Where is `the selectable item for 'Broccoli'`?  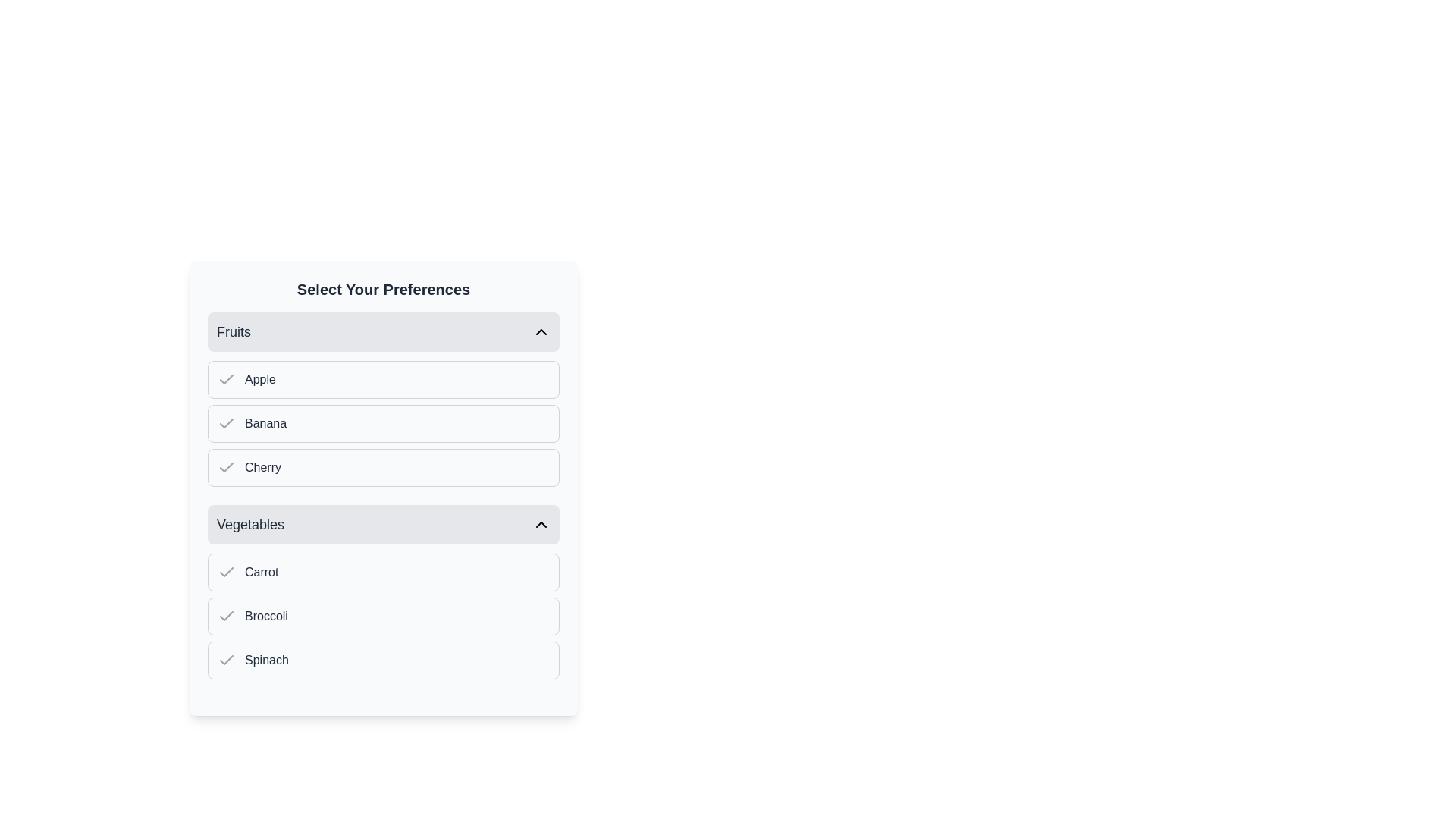
the selectable item for 'Broccoli' is located at coordinates (383, 617).